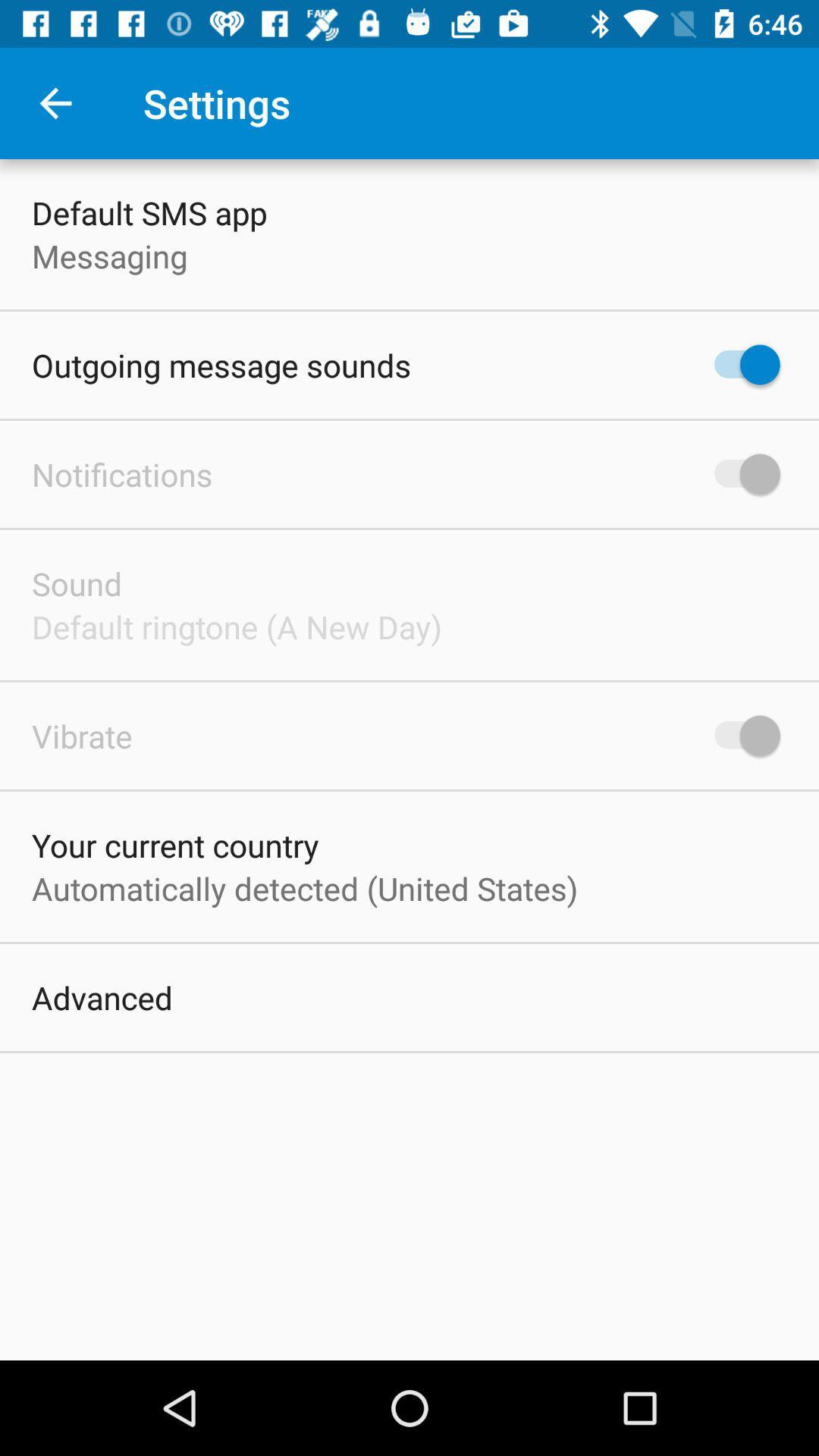  I want to click on the item below vibrate icon, so click(174, 844).